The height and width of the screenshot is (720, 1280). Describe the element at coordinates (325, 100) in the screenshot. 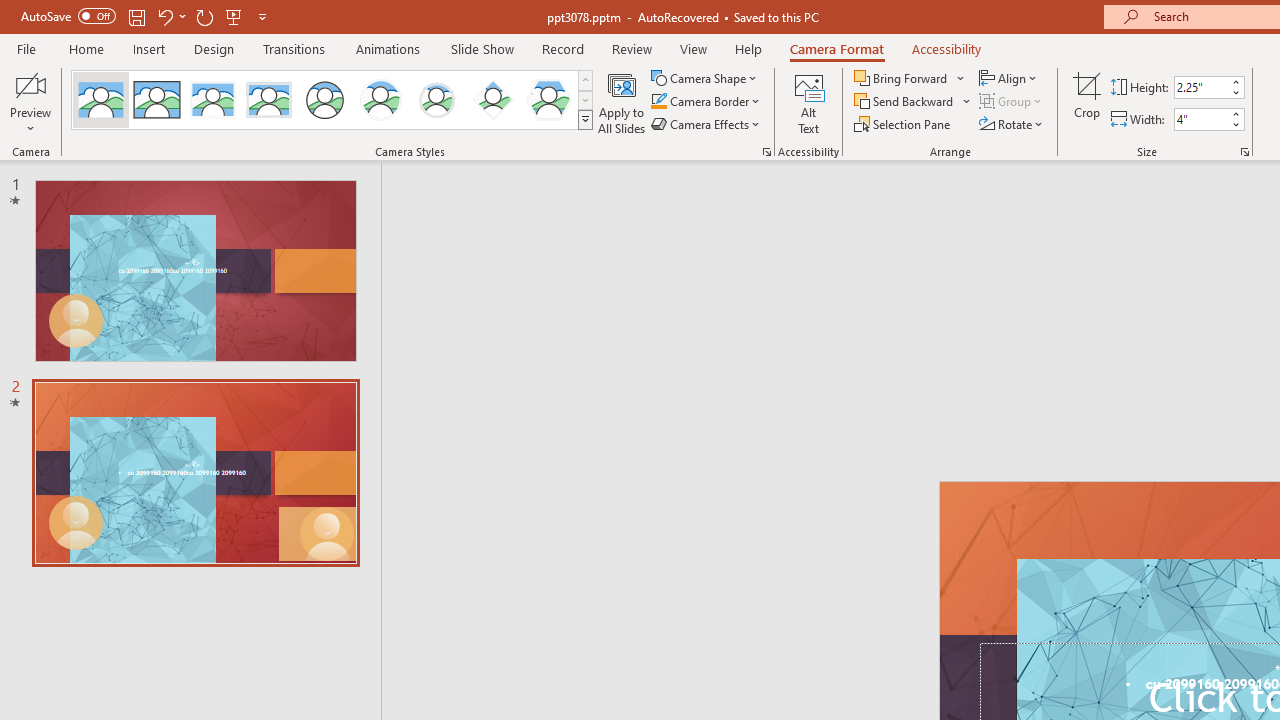

I see `'Simple Frame Circle'` at that location.